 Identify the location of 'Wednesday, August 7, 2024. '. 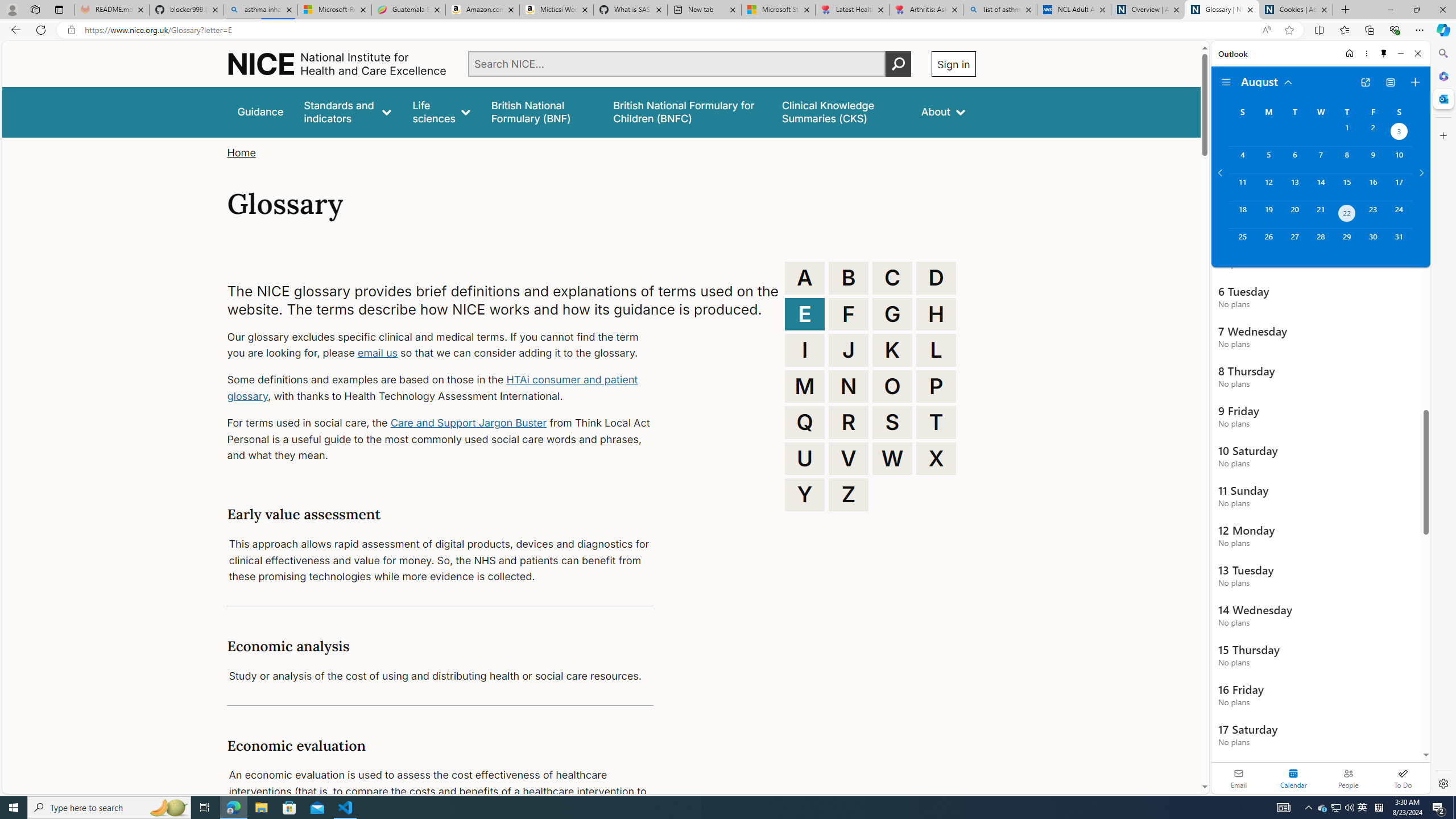
(1319, 159).